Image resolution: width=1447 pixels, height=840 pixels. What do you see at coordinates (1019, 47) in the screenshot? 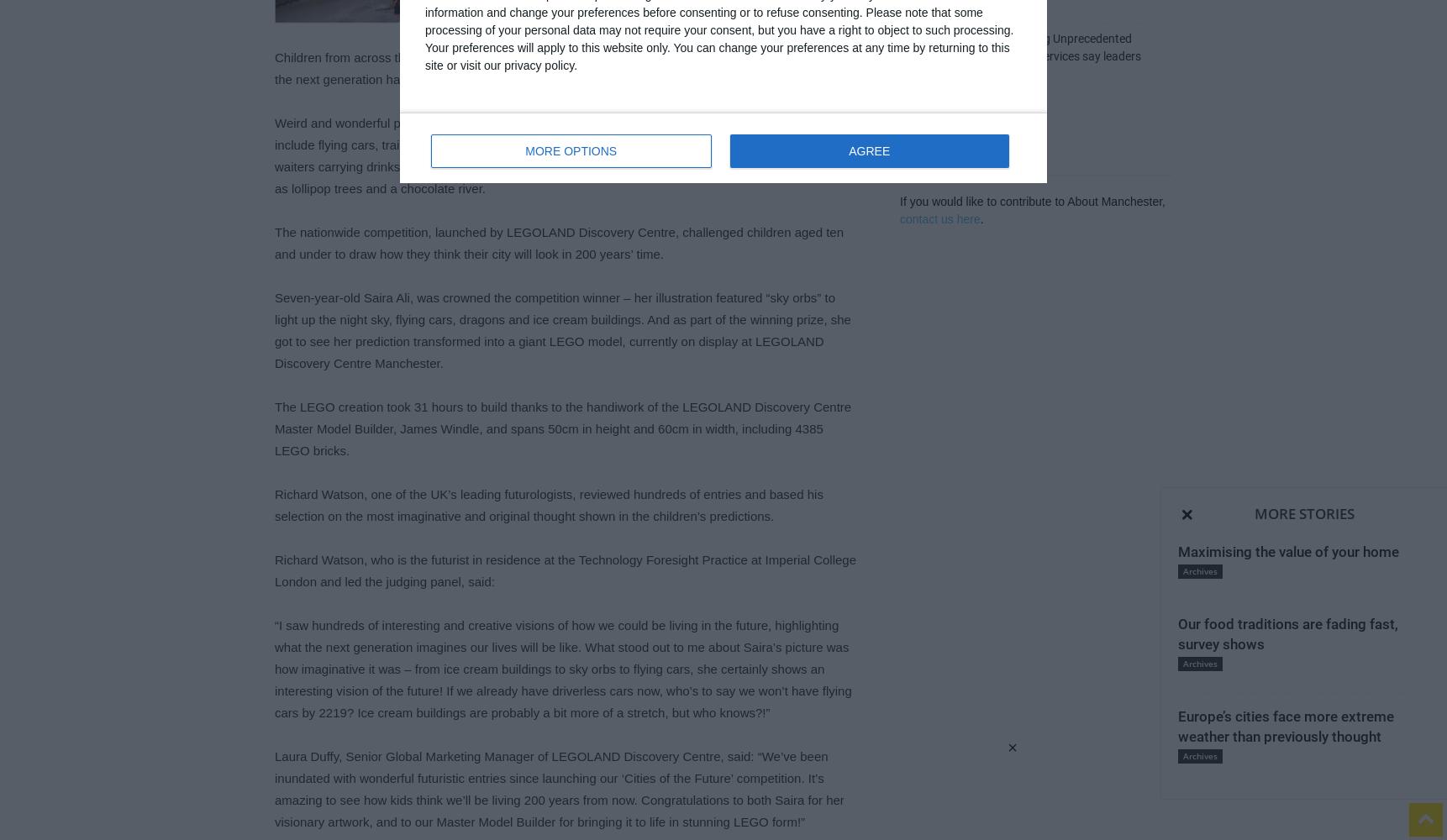
I see `'Greater Manchester is facing Unprecedented demand on homelessness services say leaders'` at bounding box center [1019, 47].